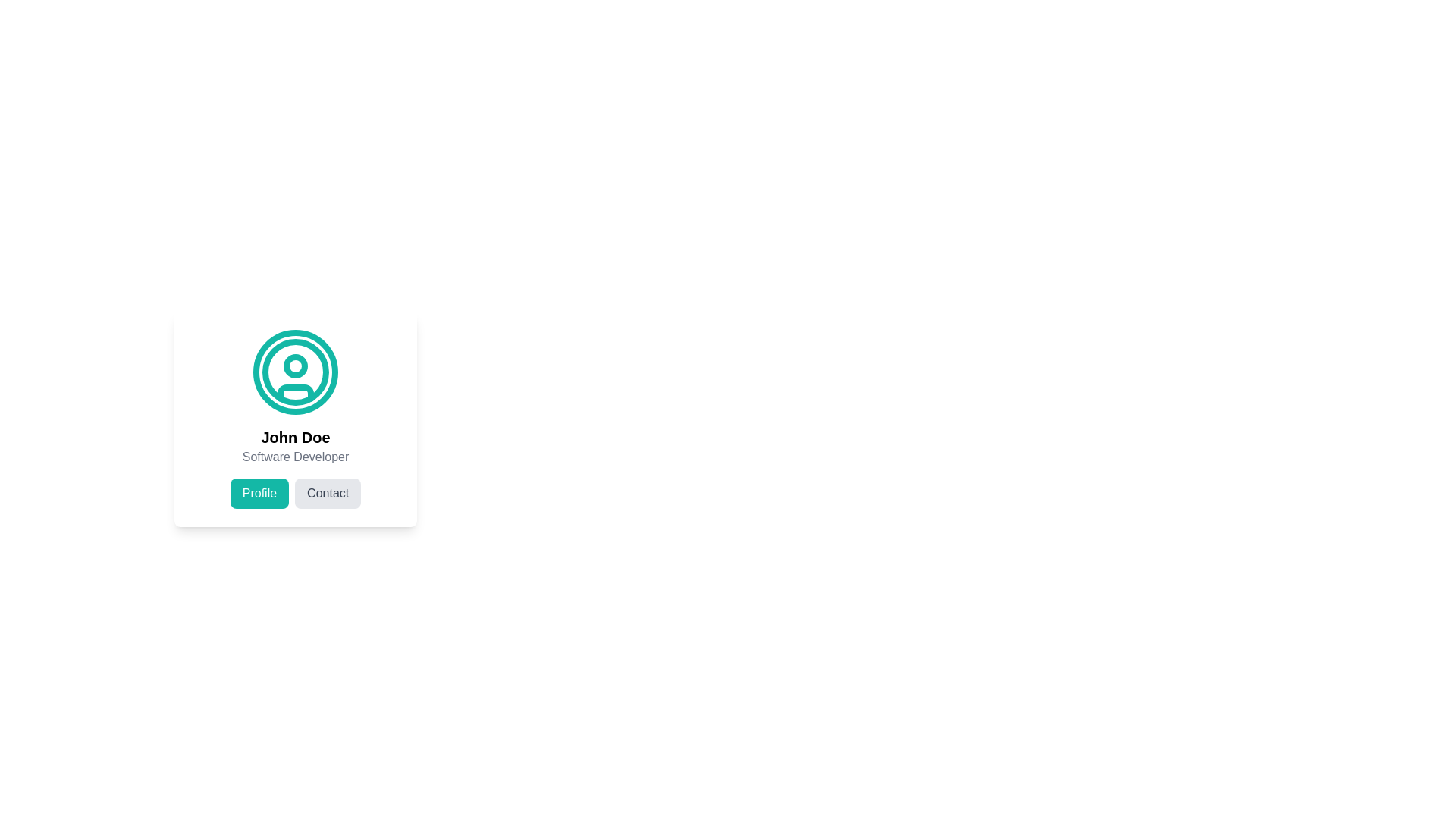  What do you see at coordinates (295, 372) in the screenshot?
I see `the teal-colored Decorative Circle SVG component, which is the innermost circle of a user-related icon located above the text 'John Doe'` at bounding box center [295, 372].